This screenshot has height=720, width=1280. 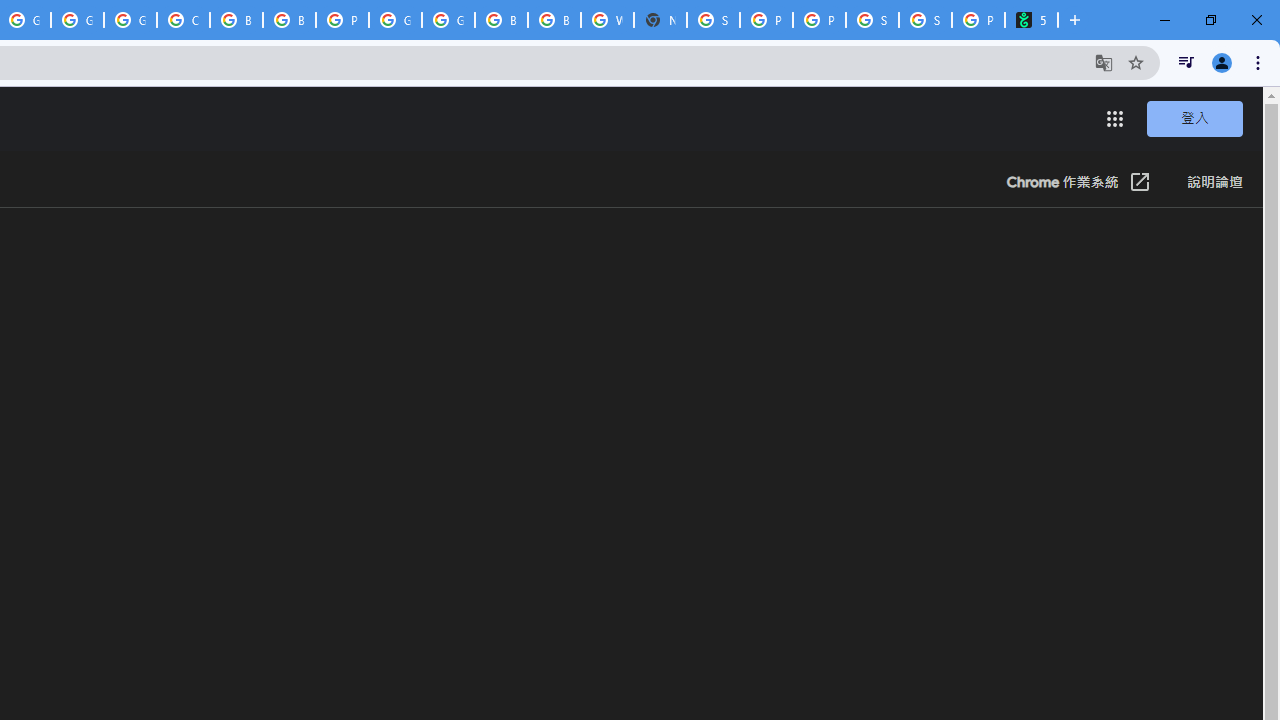 I want to click on 'Control your music, videos, and more', so click(x=1185, y=61).